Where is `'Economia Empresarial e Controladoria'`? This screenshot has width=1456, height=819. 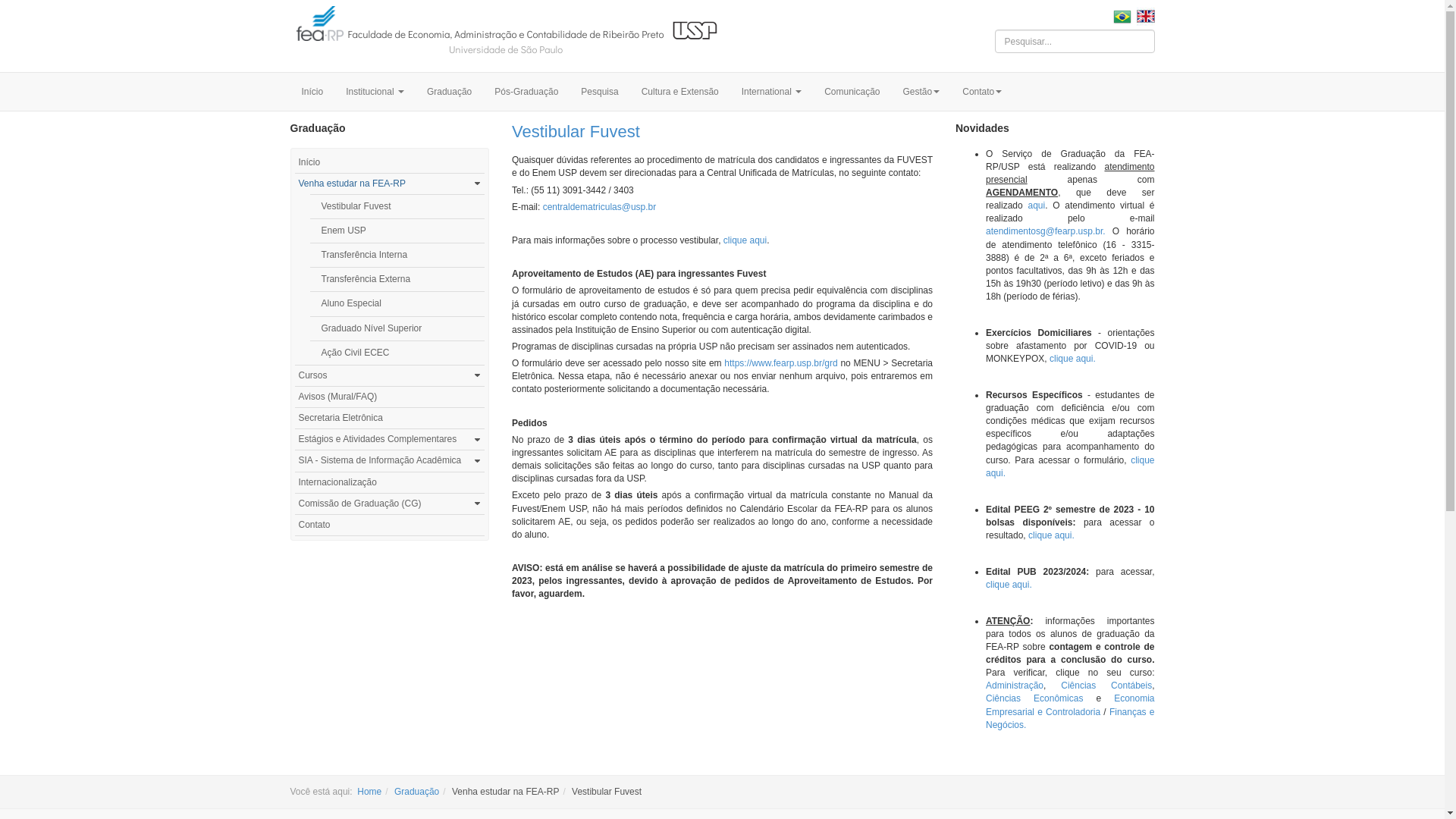 'Economia Empresarial e Controladoria' is located at coordinates (1069, 704).